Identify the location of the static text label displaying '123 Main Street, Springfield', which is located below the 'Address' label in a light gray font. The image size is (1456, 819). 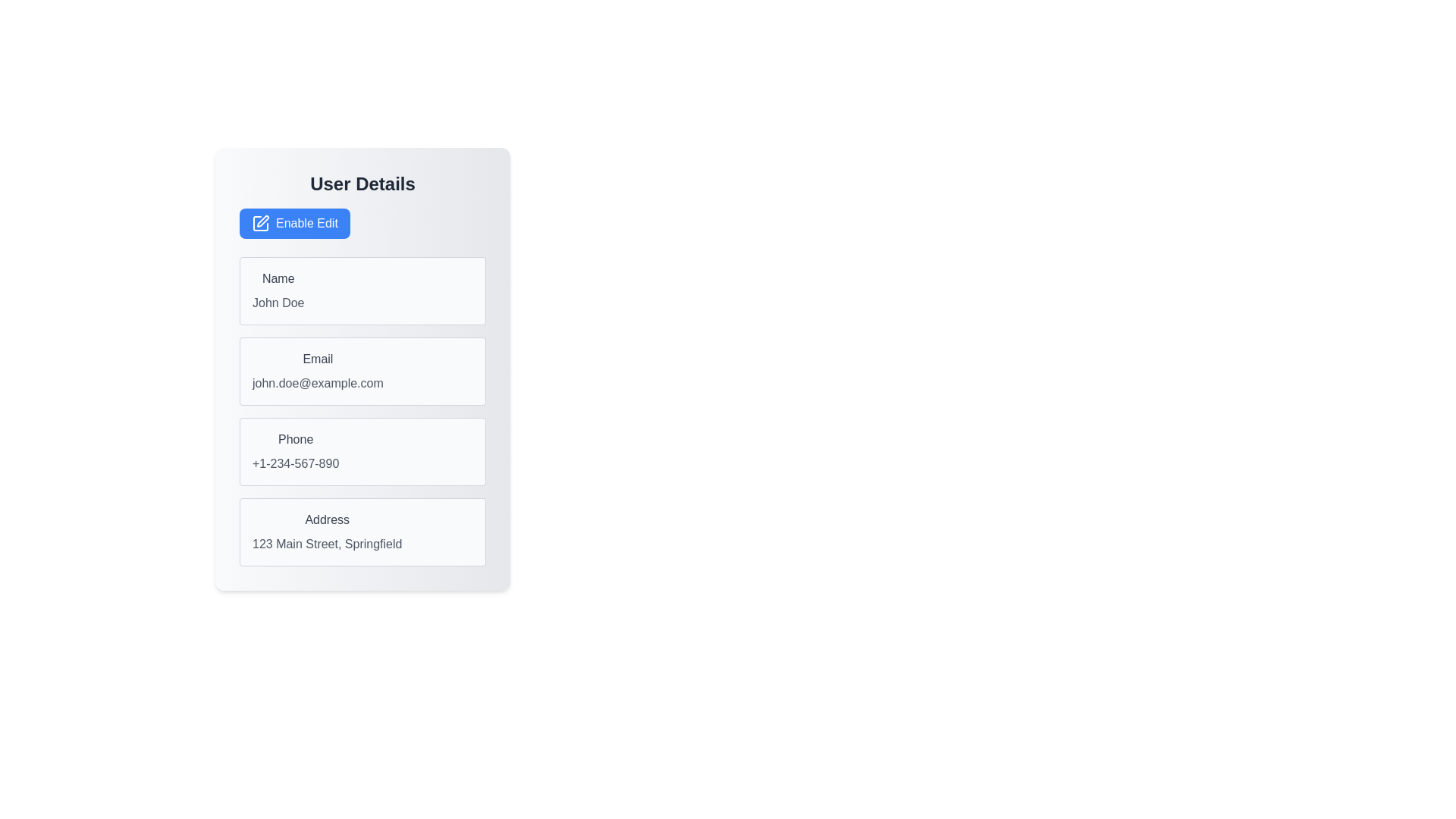
(326, 543).